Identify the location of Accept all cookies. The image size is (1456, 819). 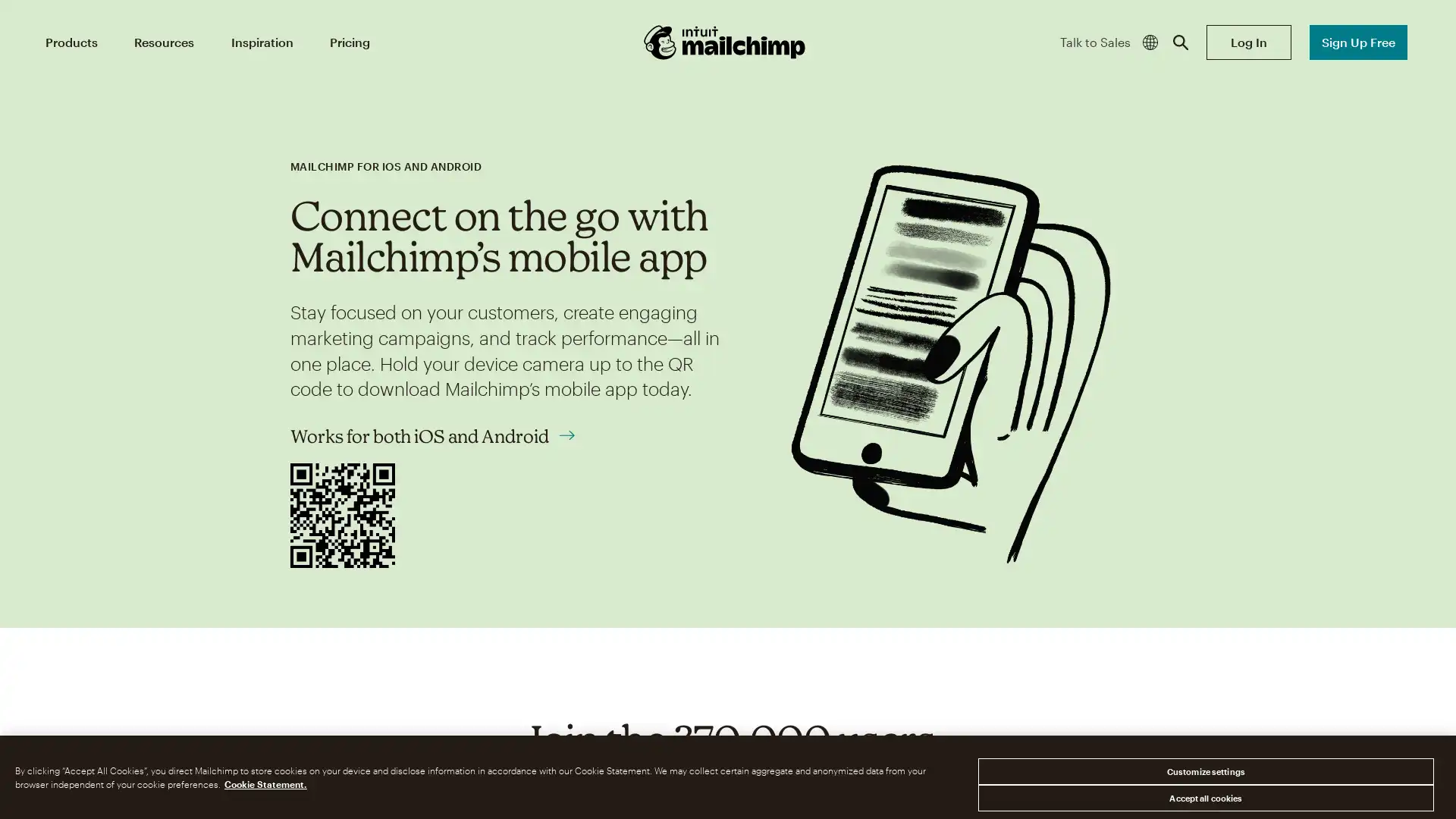
(1204, 797).